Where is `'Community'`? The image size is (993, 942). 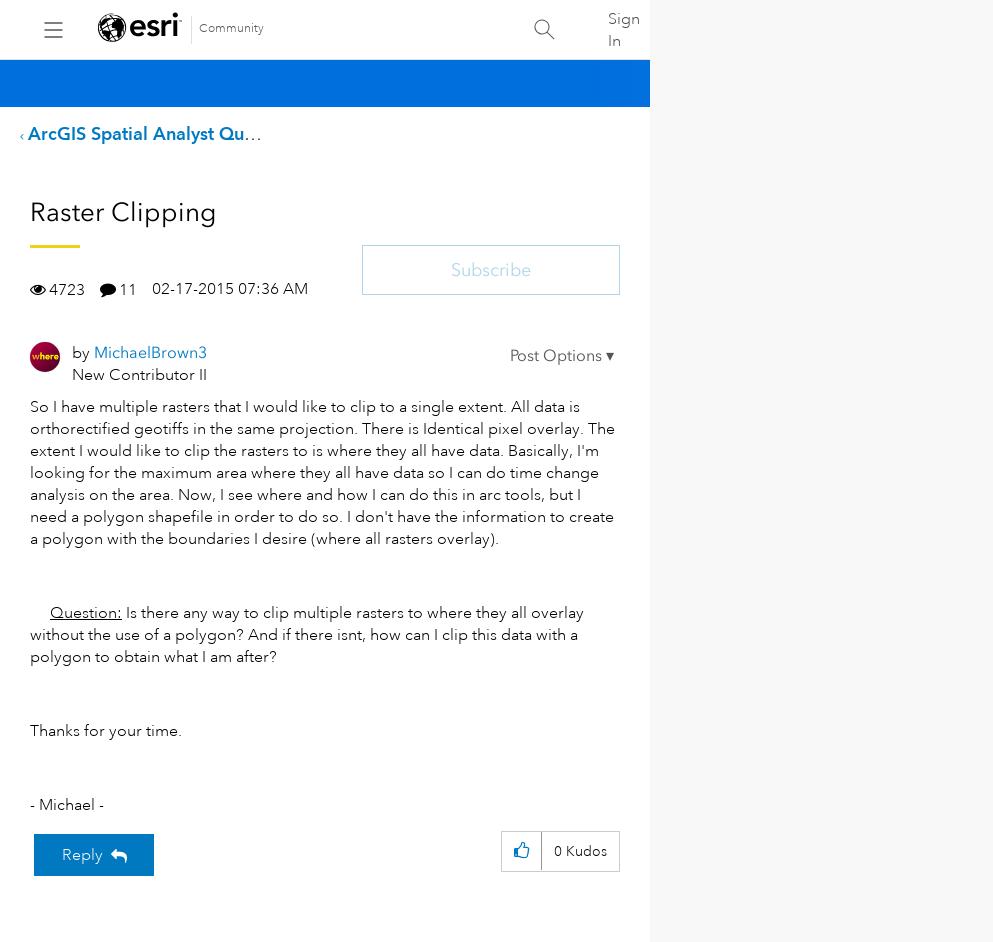 'Community' is located at coordinates (198, 28).